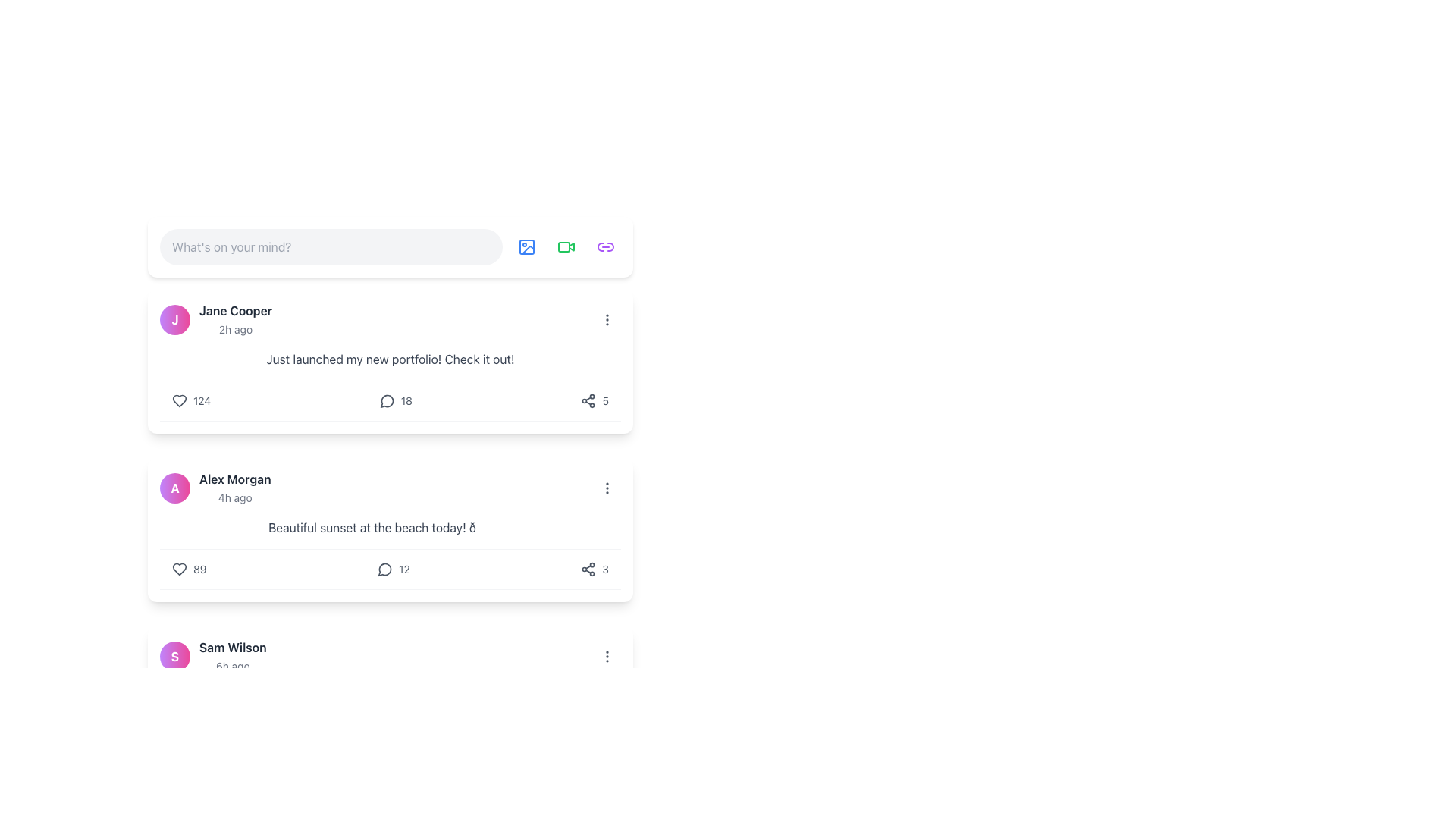 This screenshot has width=1456, height=819. What do you see at coordinates (607, 488) in the screenshot?
I see `the vertical ellipsis button located at the top-right corner of the card for user 'Alex Morgan', which is represented by three vertically aligned dots` at bounding box center [607, 488].